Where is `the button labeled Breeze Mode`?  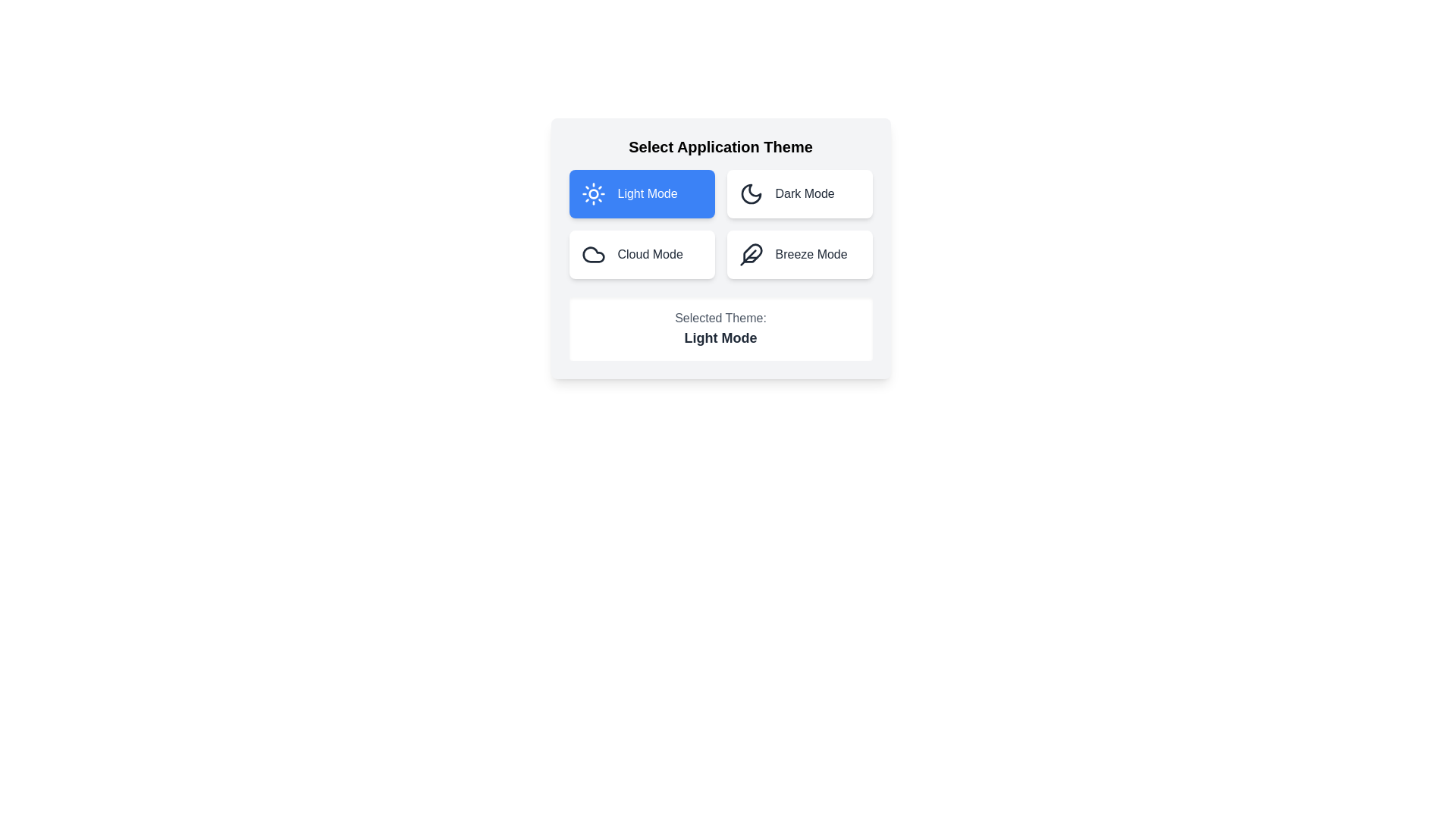 the button labeled Breeze Mode is located at coordinates (799, 253).